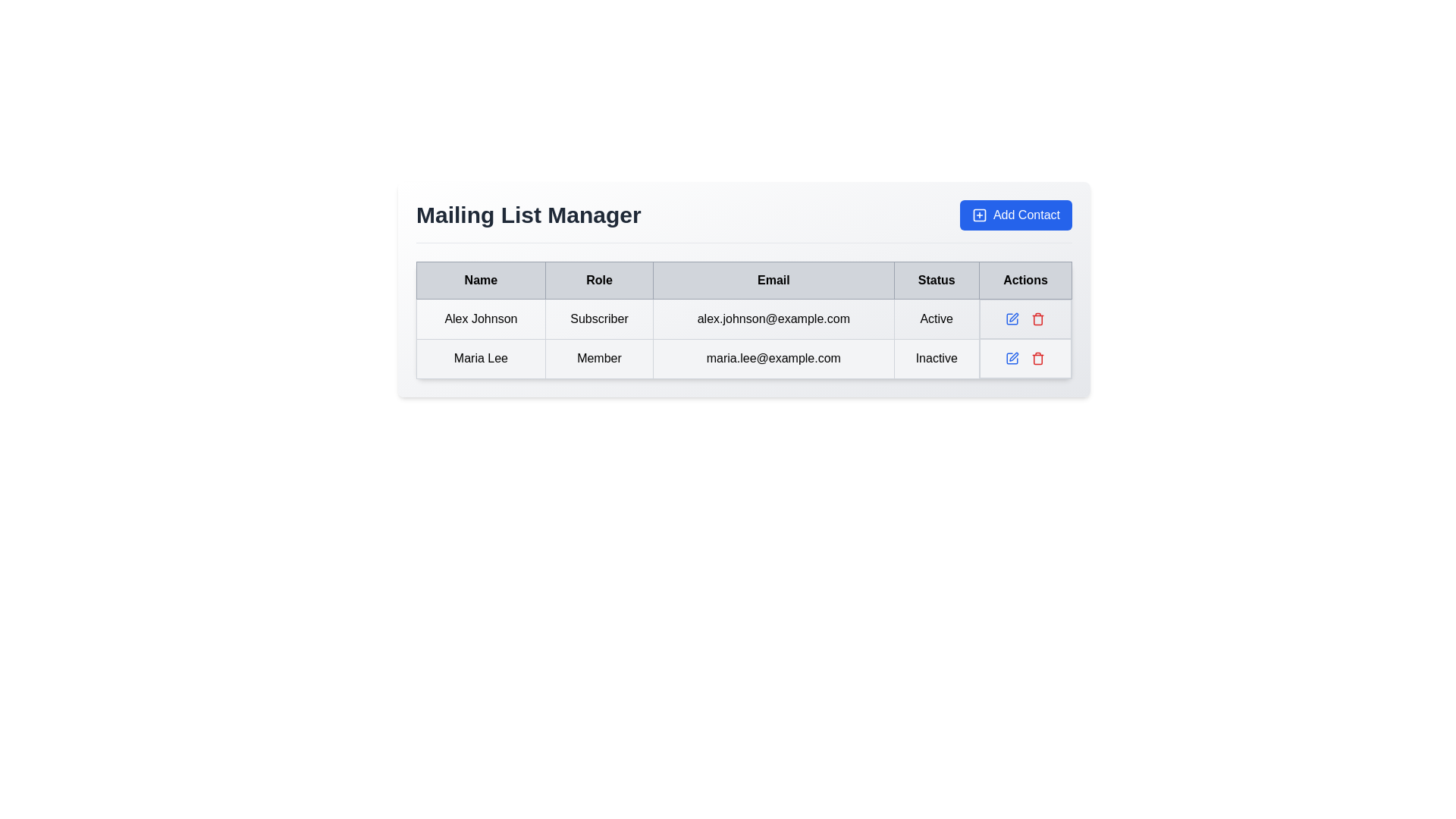 The width and height of the screenshot is (1456, 819). Describe the element at coordinates (773, 281) in the screenshot. I see `the Table Header Cell indicating email addresses, which is the third cell from the left in the header row, positioned between 'Role' and 'Status'` at that location.